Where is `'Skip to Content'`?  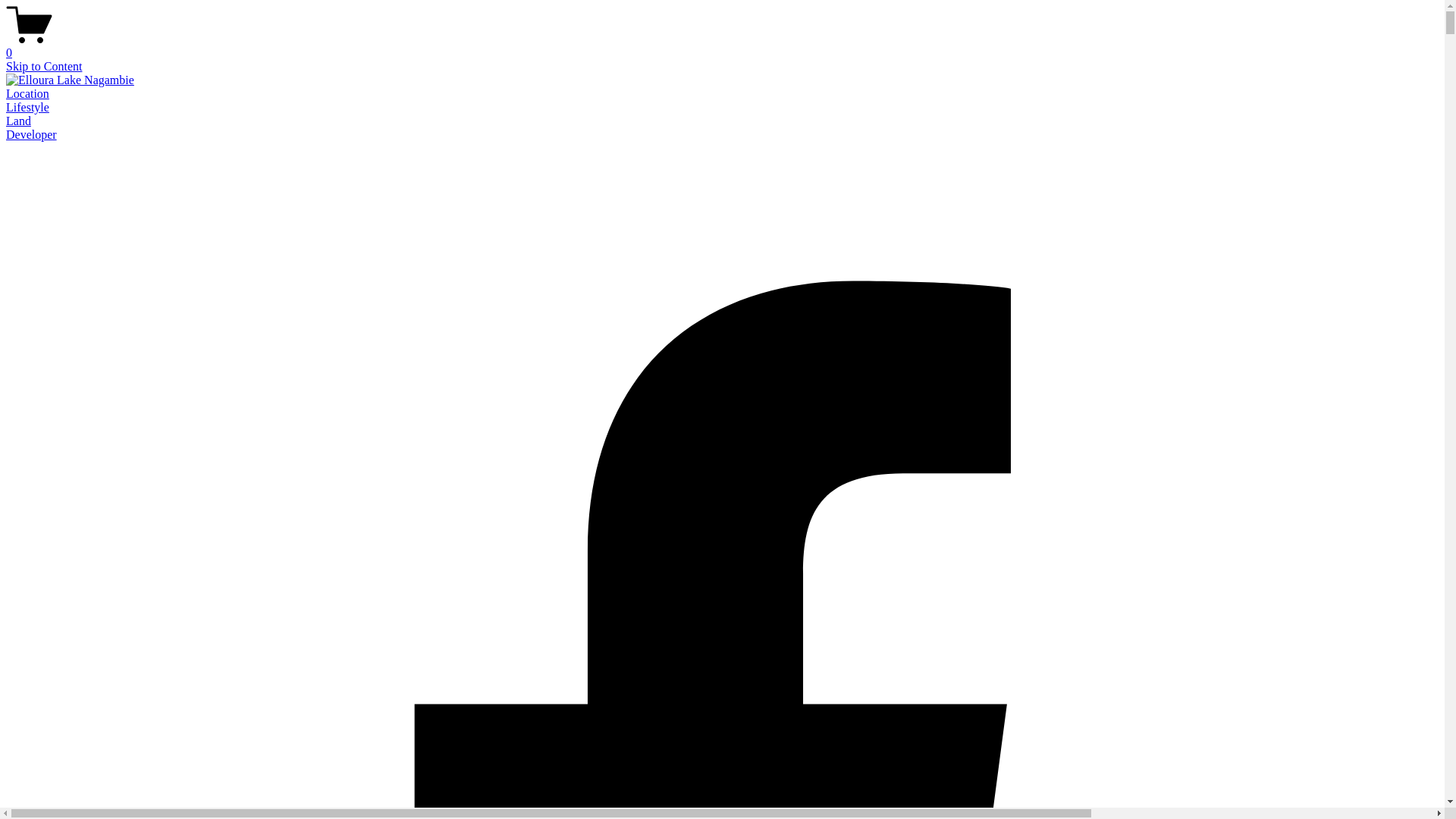
'Skip to Content' is located at coordinates (43, 65).